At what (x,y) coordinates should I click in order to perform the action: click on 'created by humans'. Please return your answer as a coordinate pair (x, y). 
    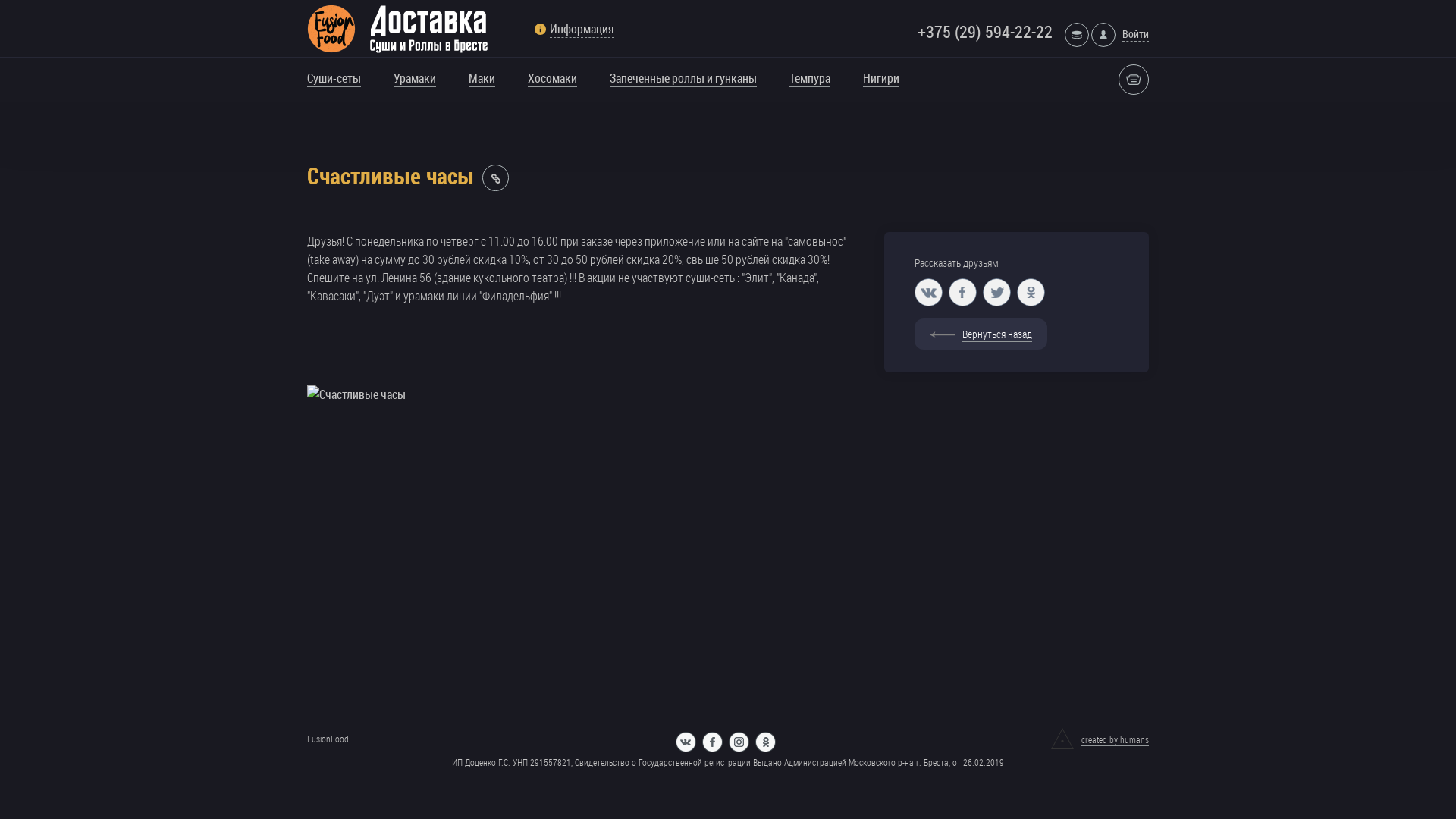
    Looking at the image, I should click on (1100, 739).